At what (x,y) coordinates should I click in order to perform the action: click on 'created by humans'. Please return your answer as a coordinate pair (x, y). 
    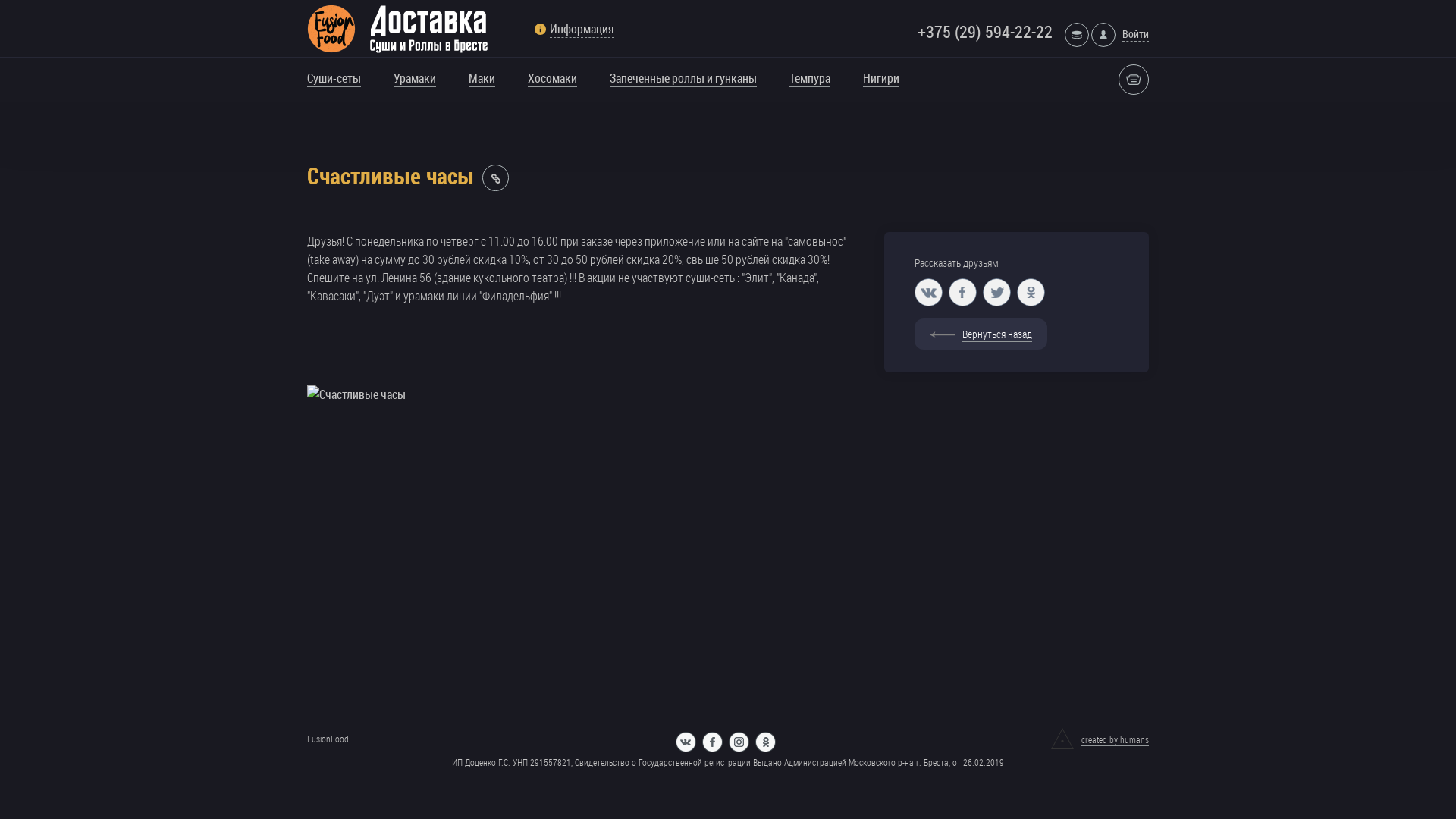
    Looking at the image, I should click on (1100, 739).